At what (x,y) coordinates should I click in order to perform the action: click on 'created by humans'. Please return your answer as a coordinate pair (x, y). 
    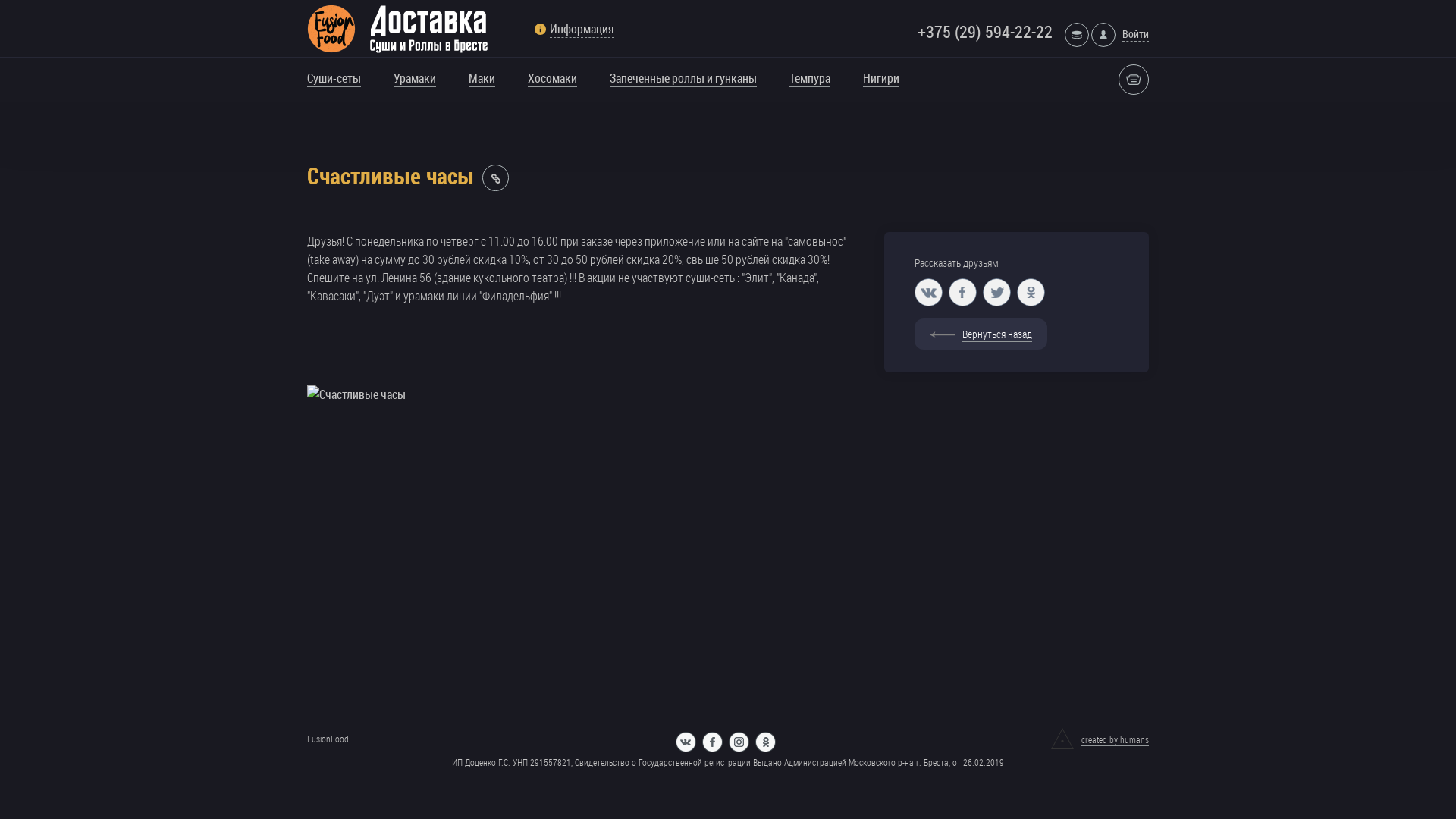
    Looking at the image, I should click on (1100, 739).